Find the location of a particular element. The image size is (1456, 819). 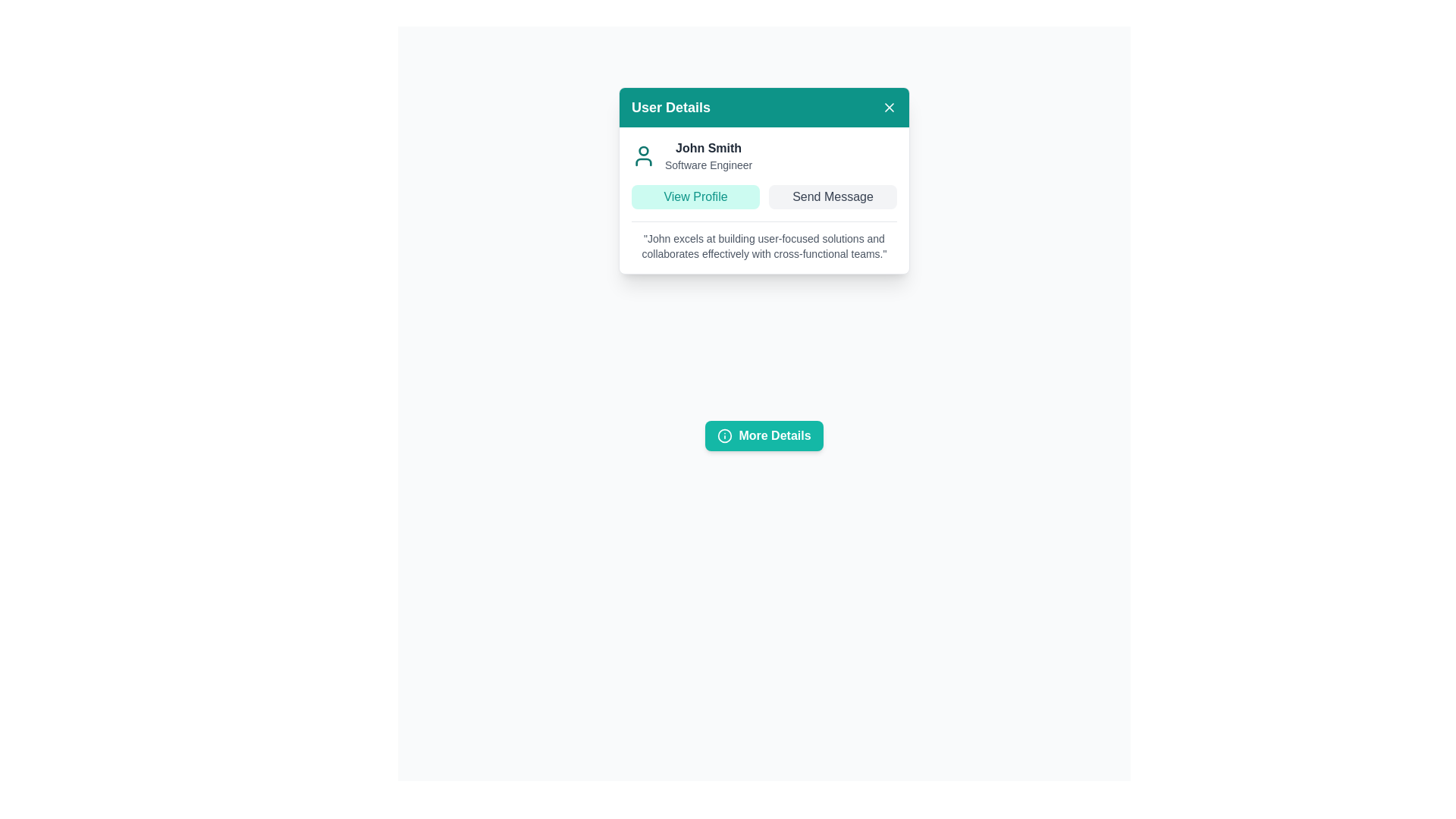

the text element that indicates the professional role or title of the user, which is located below 'John Smith' and above the 'View Profile' button in the user details card is located at coordinates (708, 165).